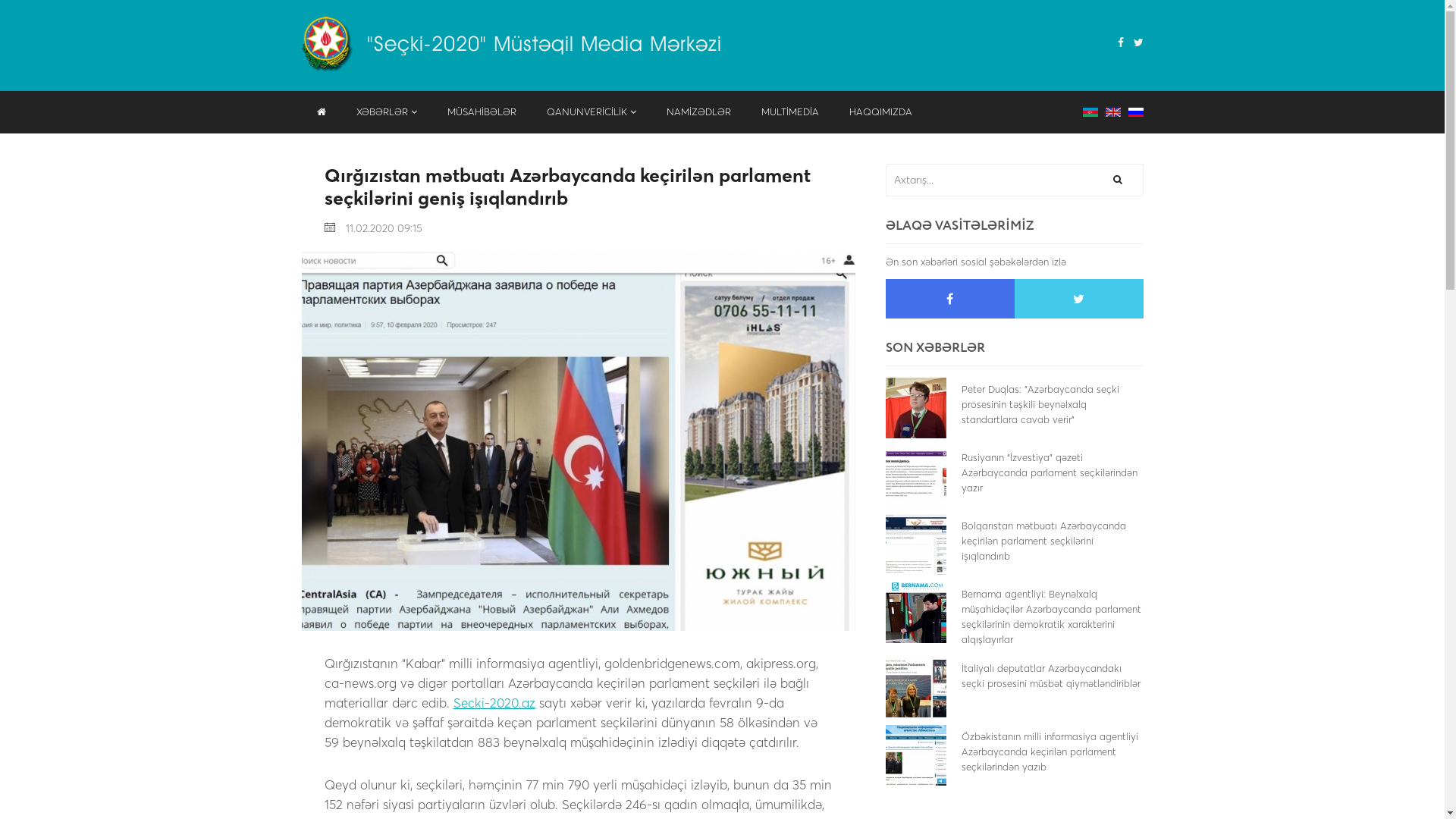 Image resolution: width=1456 pixels, height=819 pixels. Describe the element at coordinates (880, 111) in the screenshot. I see `'HAQQIMIZDA'` at that location.